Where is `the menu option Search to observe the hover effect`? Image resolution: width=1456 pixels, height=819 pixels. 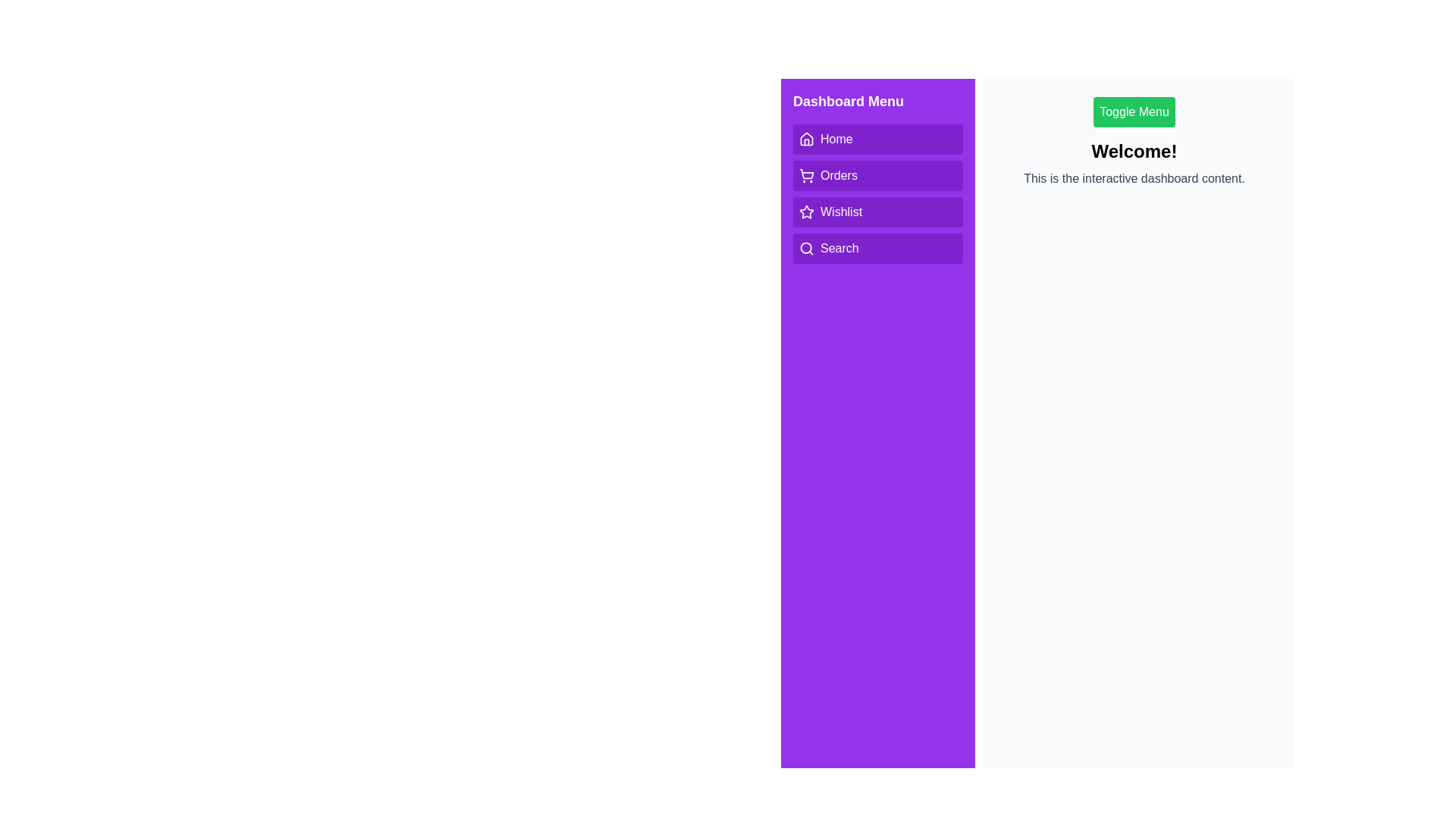
the menu option Search to observe the hover effect is located at coordinates (877, 247).